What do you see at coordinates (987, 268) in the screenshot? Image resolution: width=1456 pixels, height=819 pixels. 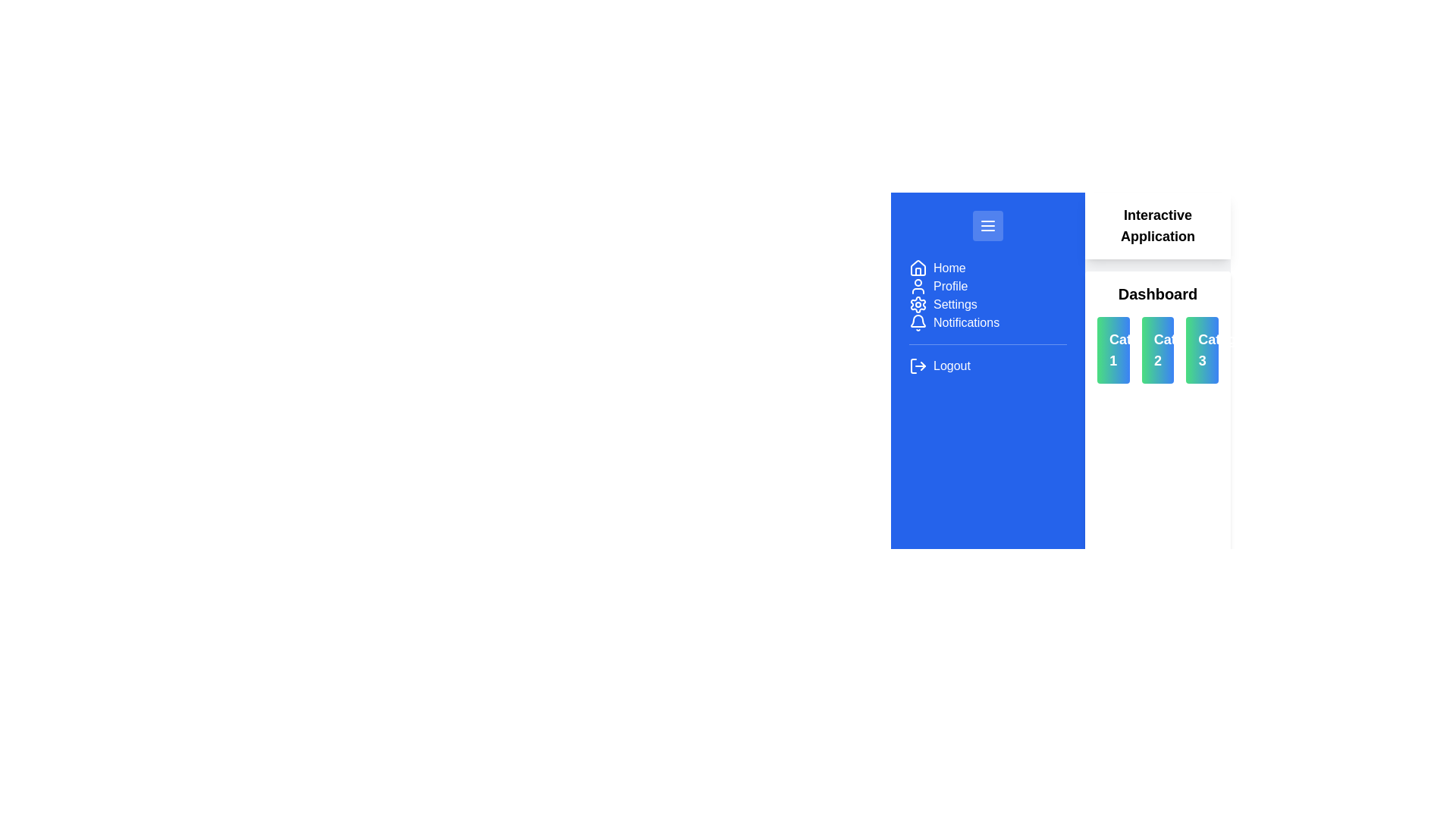 I see `the navigational menu item at the top of the vertical navigation menu` at bounding box center [987, 268].